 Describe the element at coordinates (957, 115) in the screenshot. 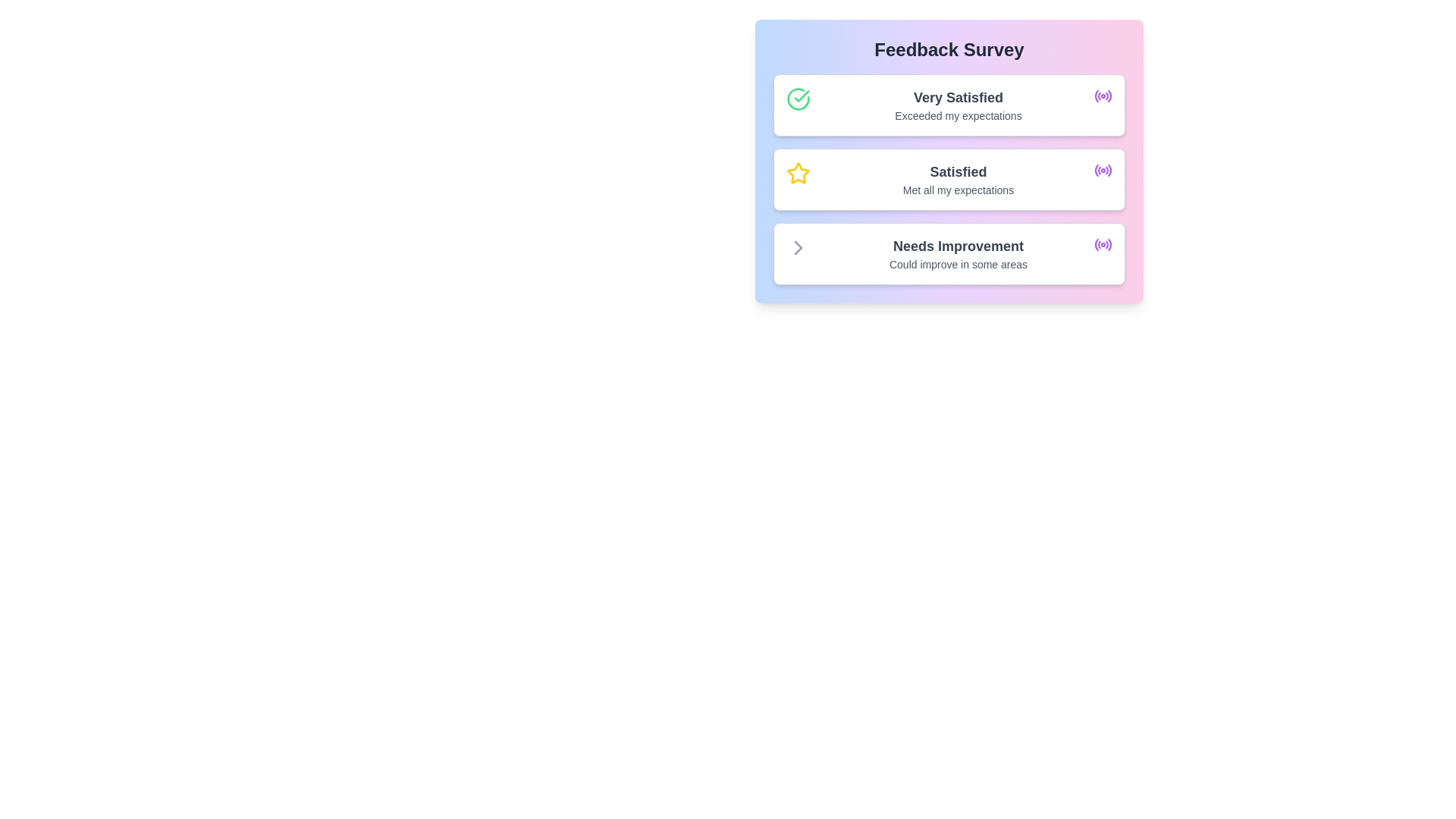

I see `the Text Label that provides additional descriptive context below the 'Very Satisfied' header in the Feedback Survey section` at that location.